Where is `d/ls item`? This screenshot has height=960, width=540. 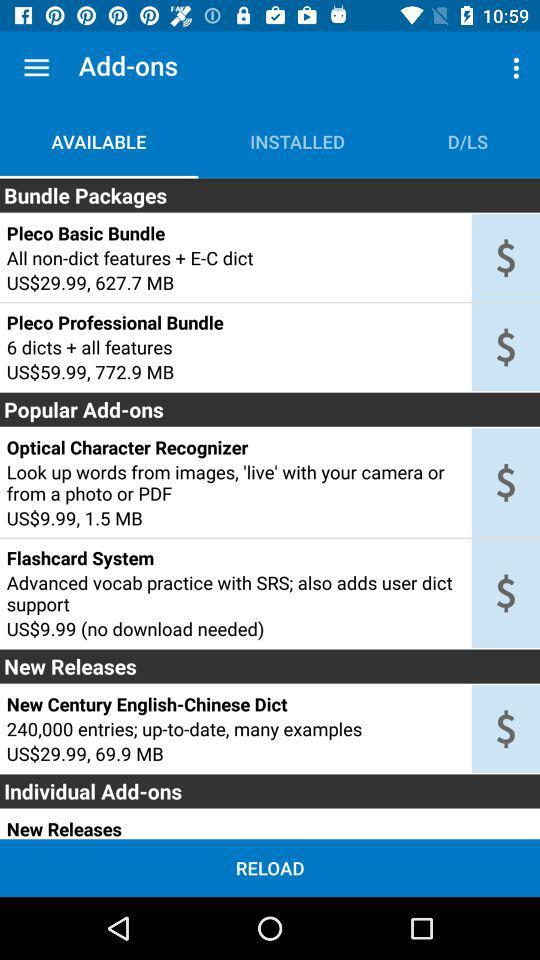 d/ls item is located at coordinates (468, 140).